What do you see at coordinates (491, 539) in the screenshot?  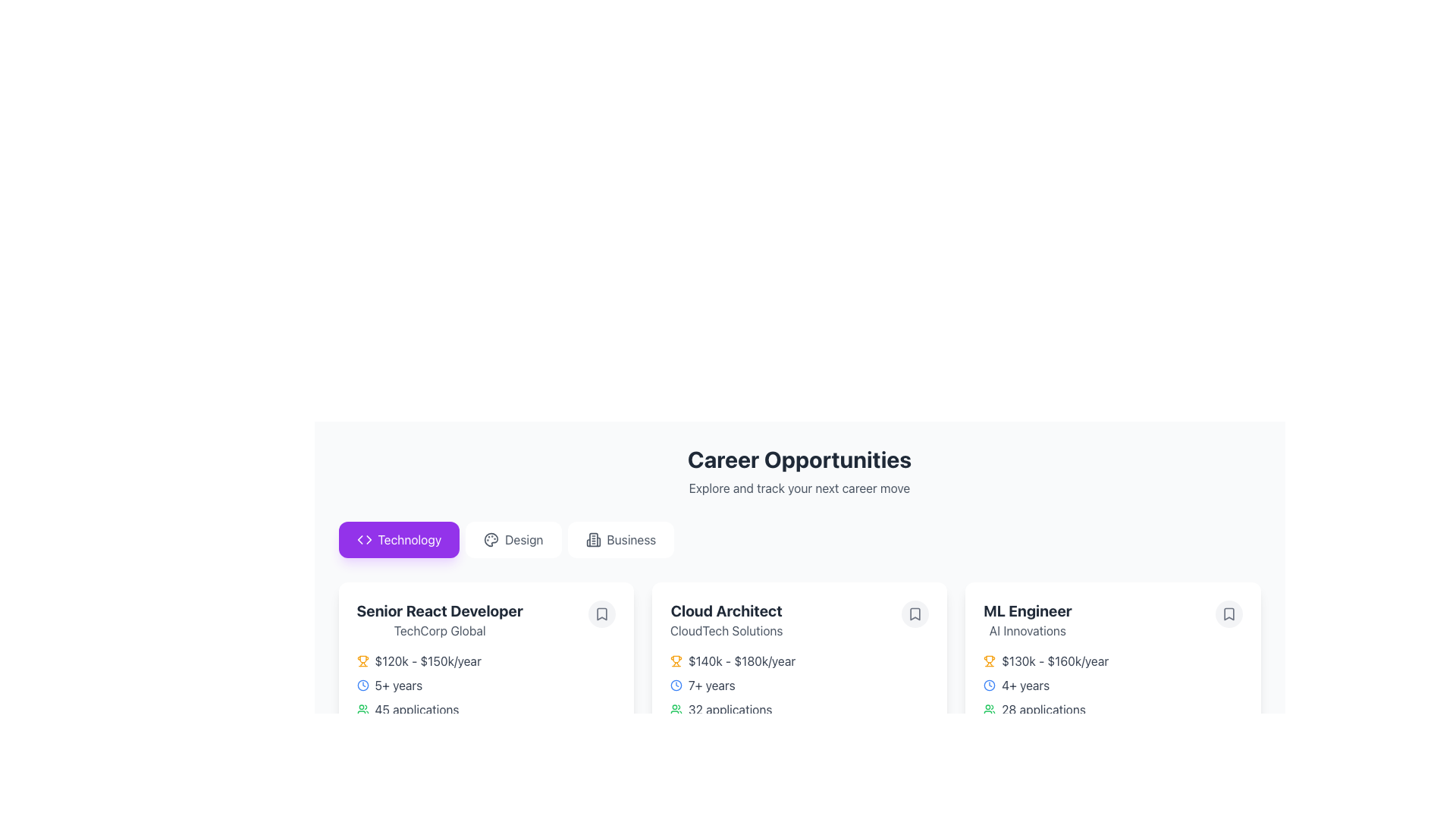 I see `the graphic icon resembling a painter's palette, which features an oval shape with rounded cutouts and four small circles representing paint dabs, located within the 'Design' button of the horizontal menu` at bounding box center [491, 539].